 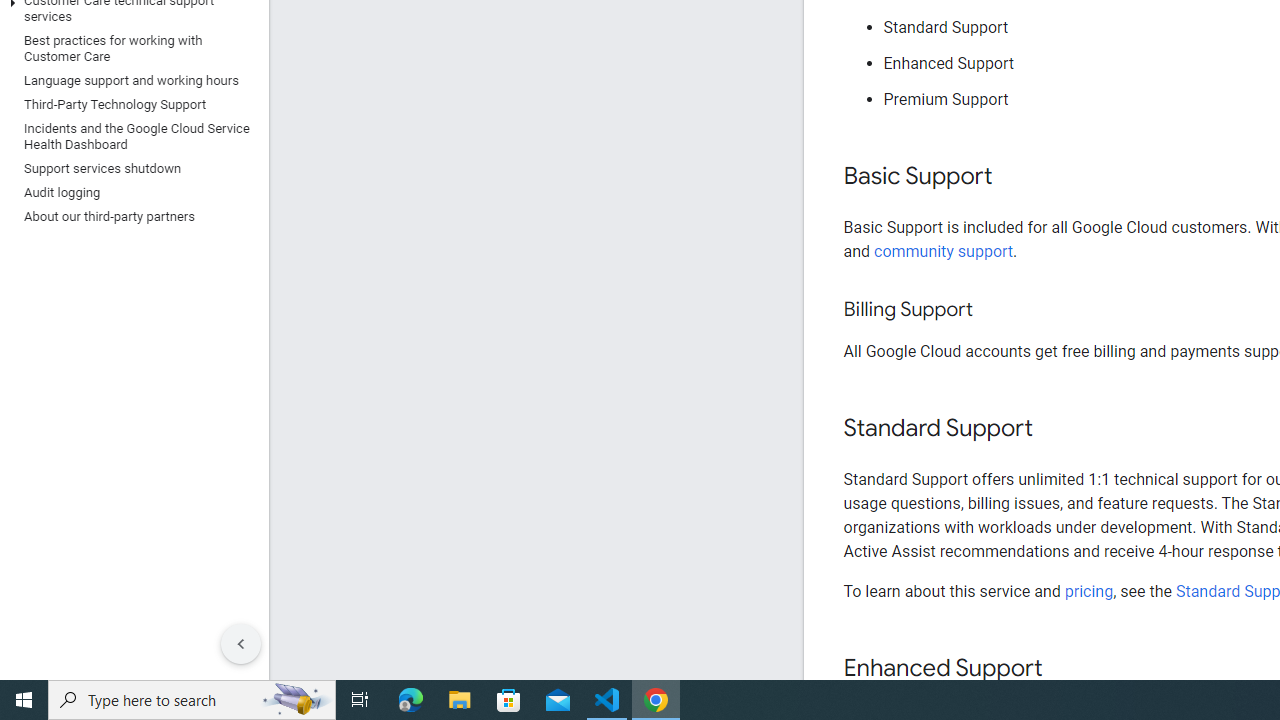 I want to click on 'Support services shutdown', so click(x=129, y=167).